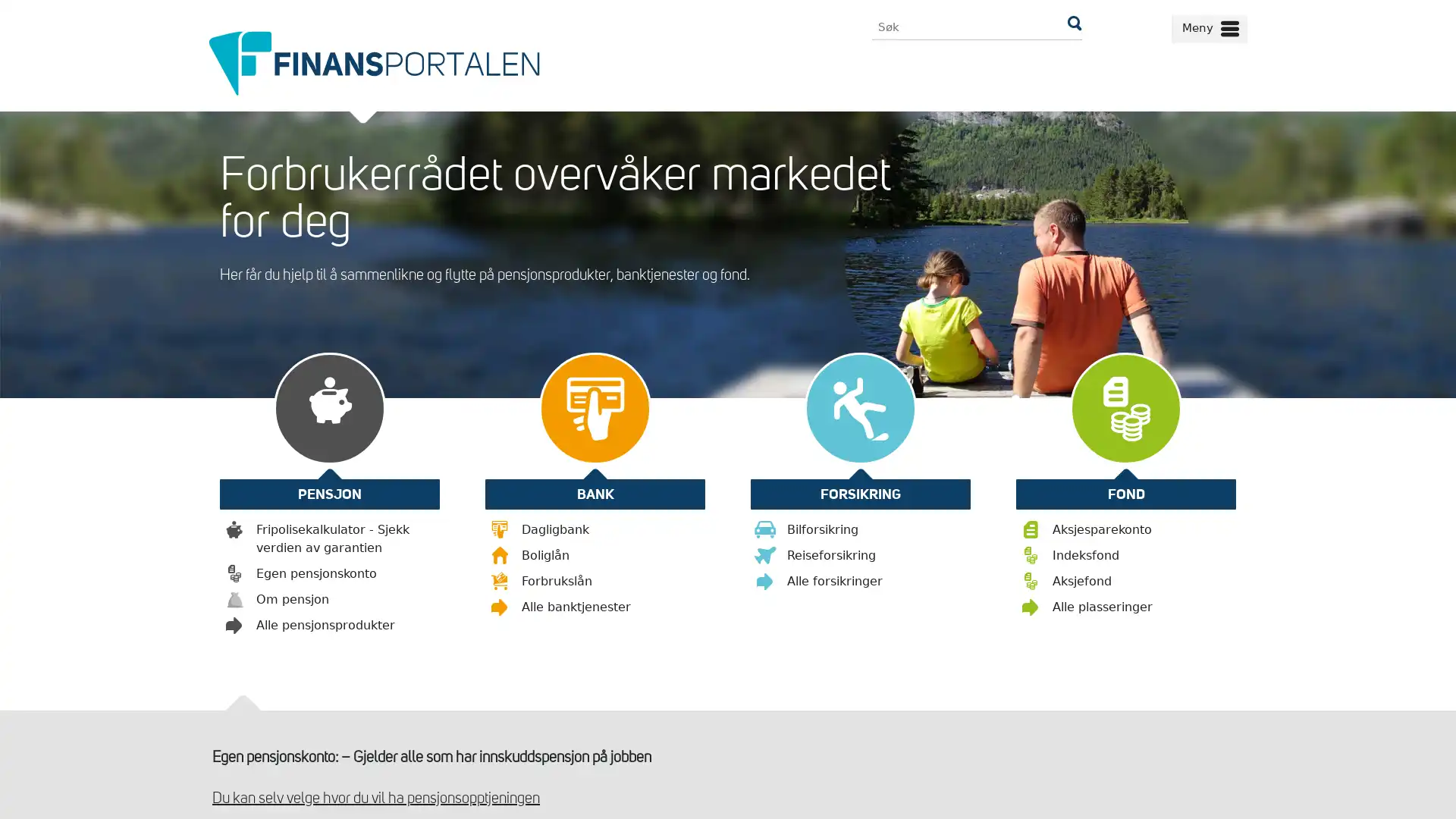  Describe the element at coordinates (1073, 27) in the screenshot. I see `Knapp for sk` at that location.